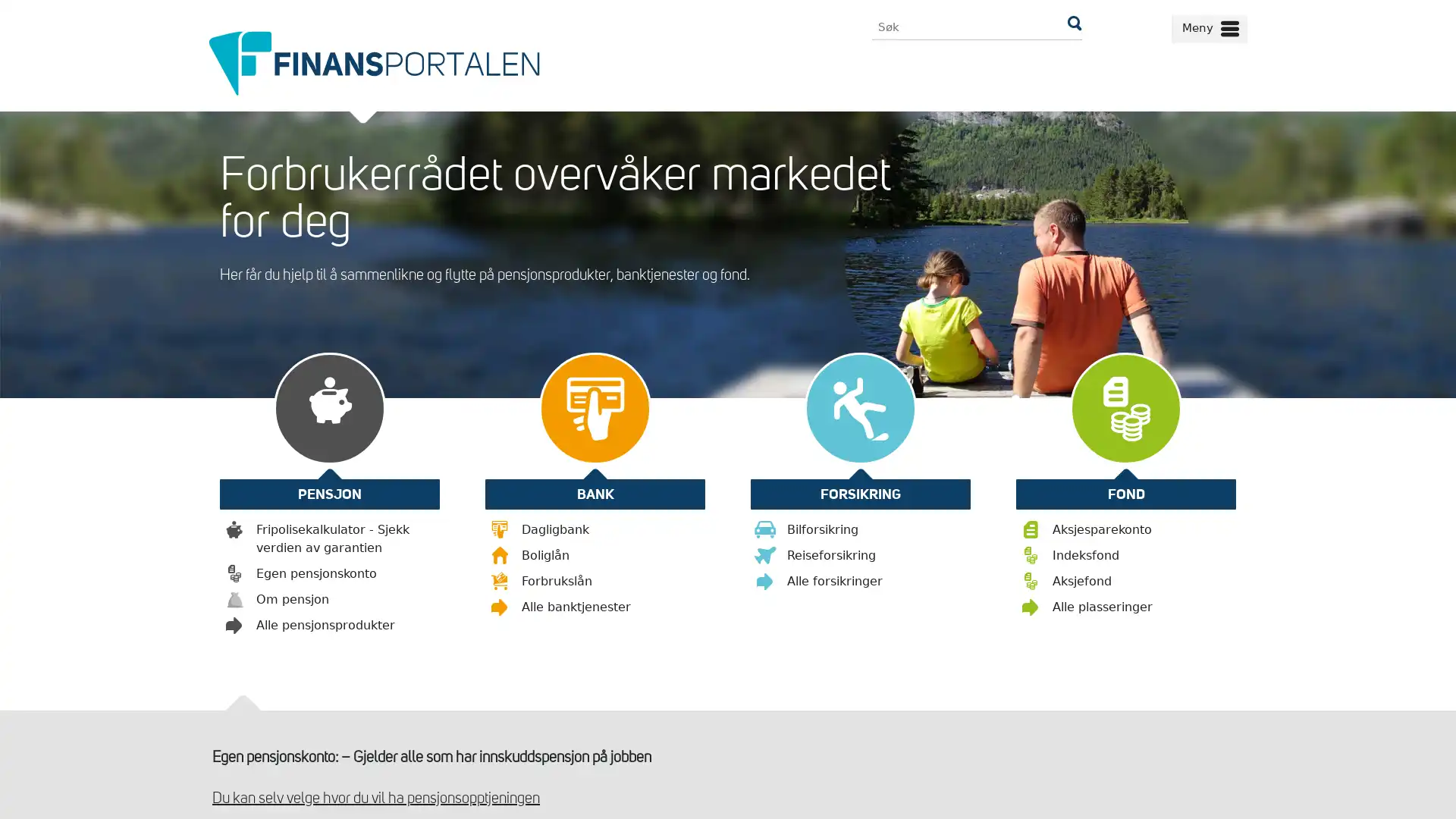  Describe the element at coordinates (1073, 27) in the screenshot. I see `Knapp for sk` at that location.